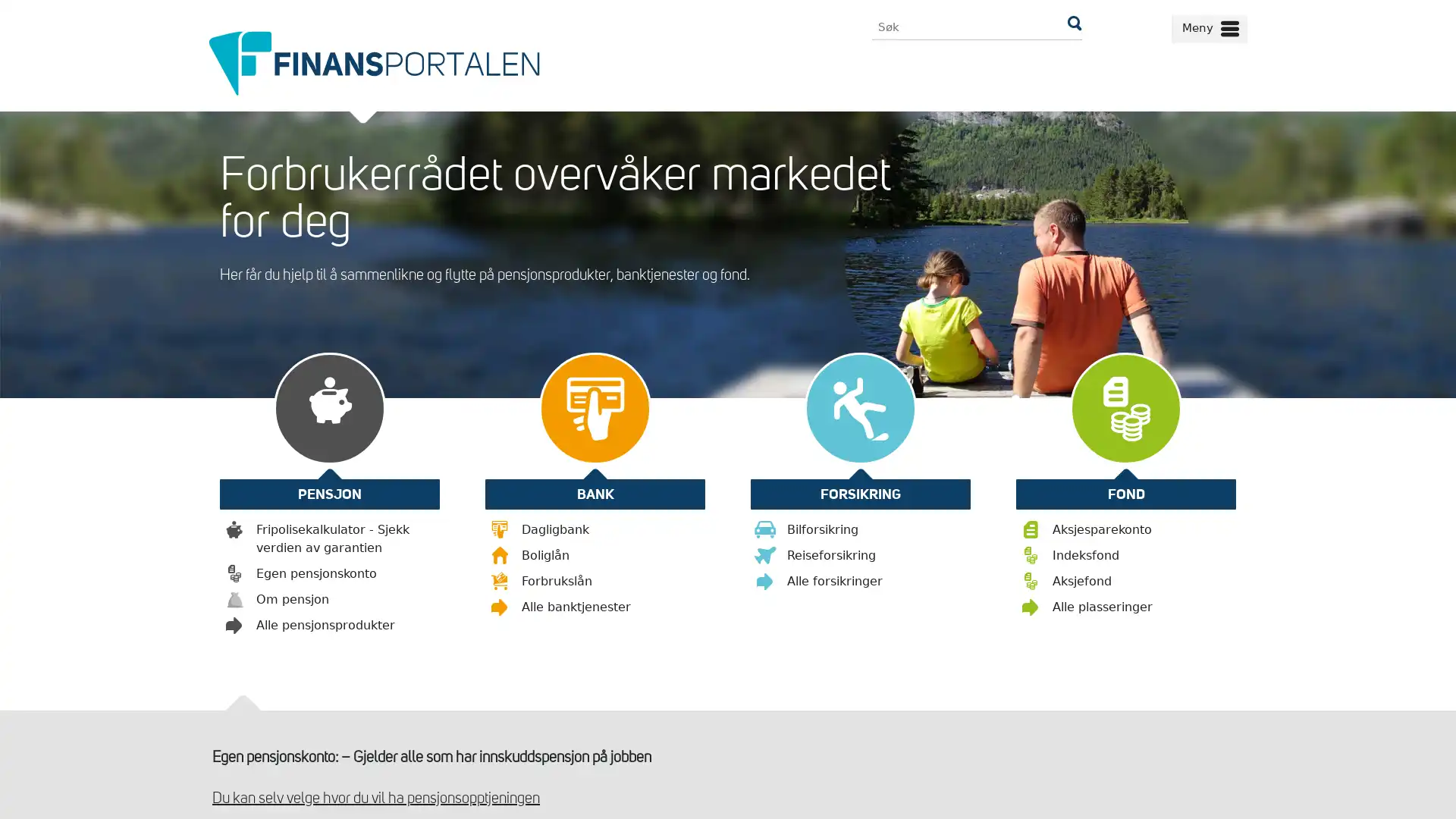  Describe the element at coordinates (1073, 27) in the screenshot. I see `Knapp for sk` at that location.